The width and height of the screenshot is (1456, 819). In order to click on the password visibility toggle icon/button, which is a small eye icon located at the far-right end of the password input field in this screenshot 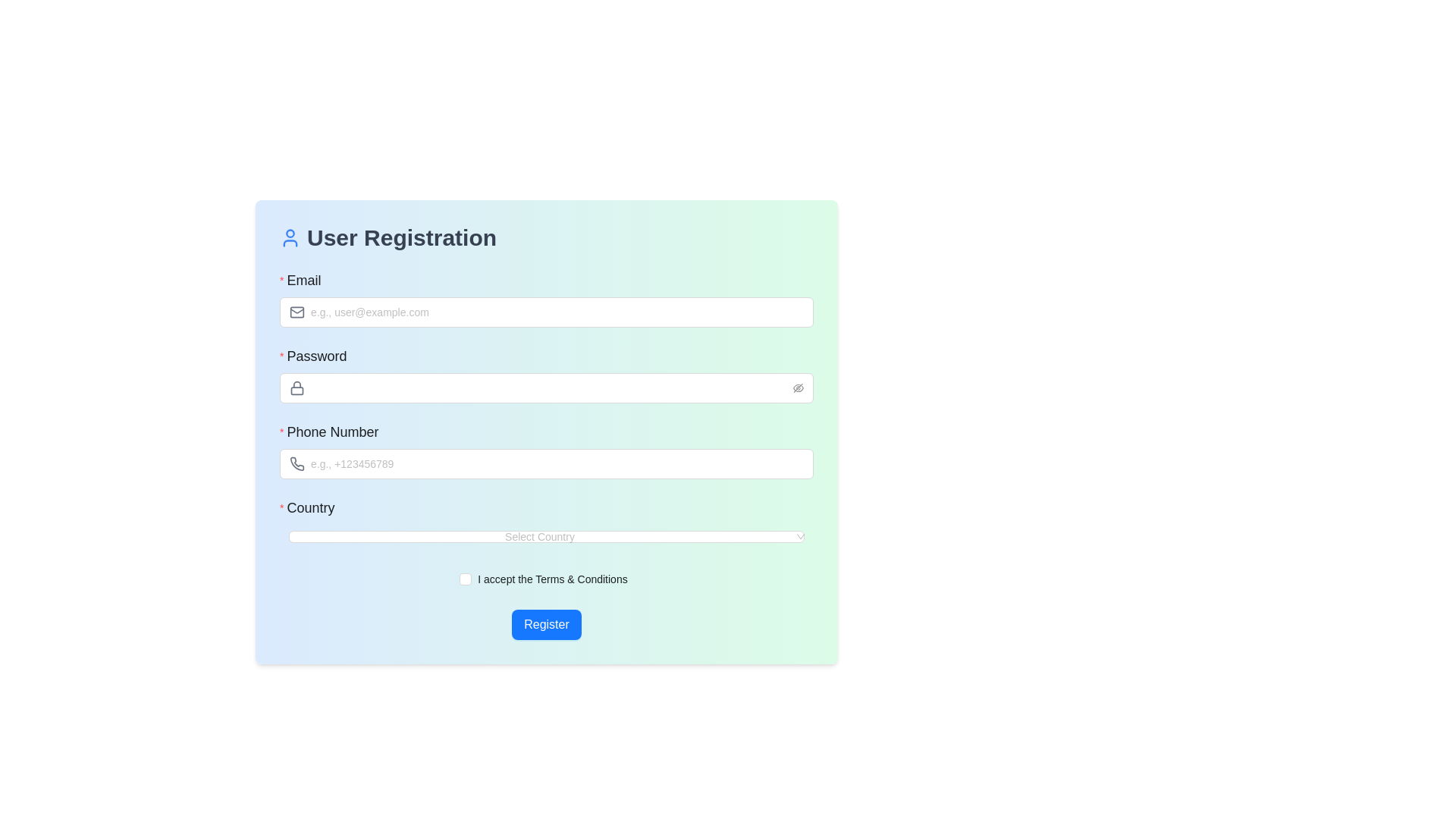, I will do `click(797, 388)`.